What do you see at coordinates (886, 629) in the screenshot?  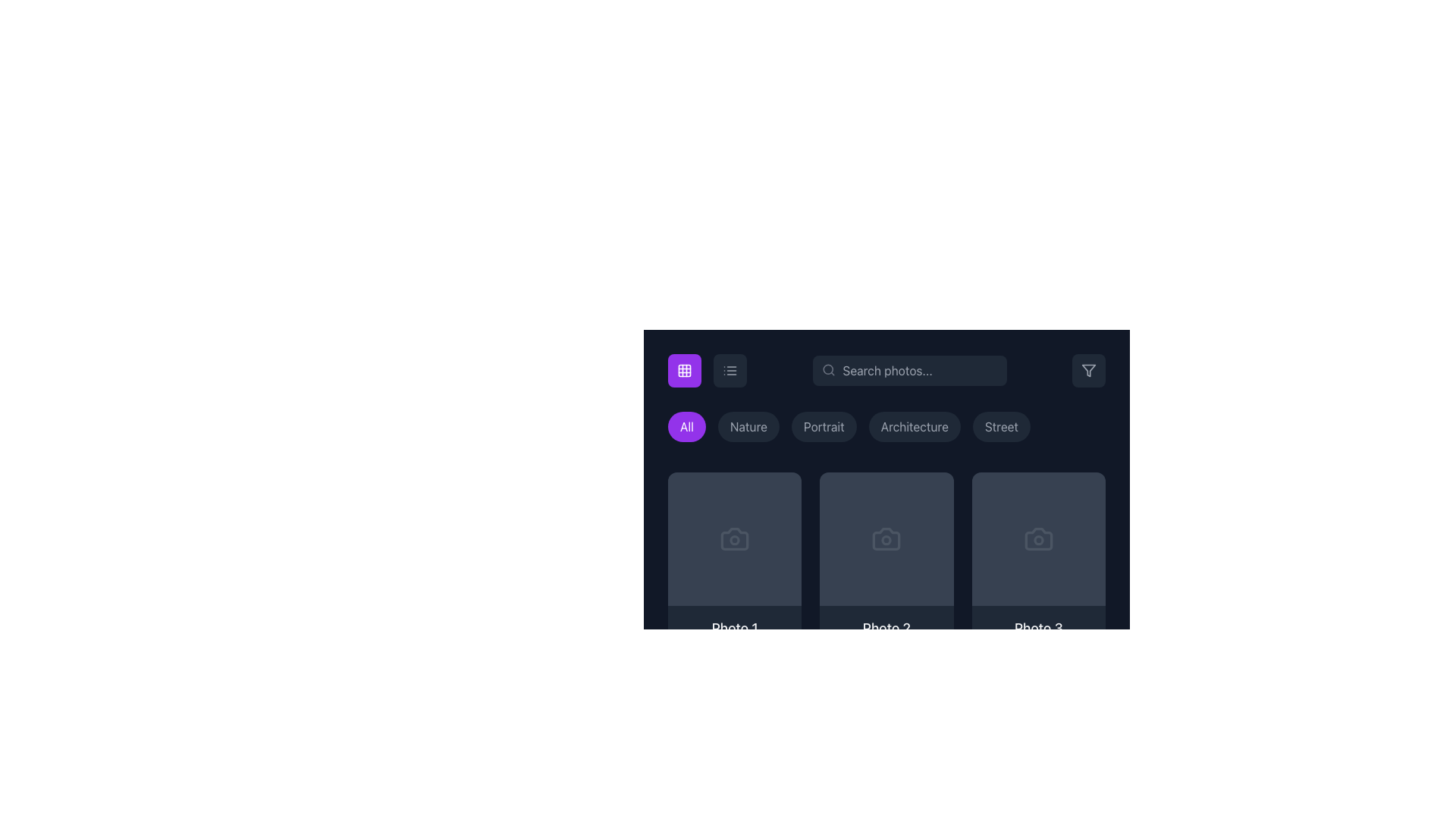 I see `the text label displaying 'Photo 2', which is styled with medium font weight and large font size on a dark background` at bounding box center [886, 629].